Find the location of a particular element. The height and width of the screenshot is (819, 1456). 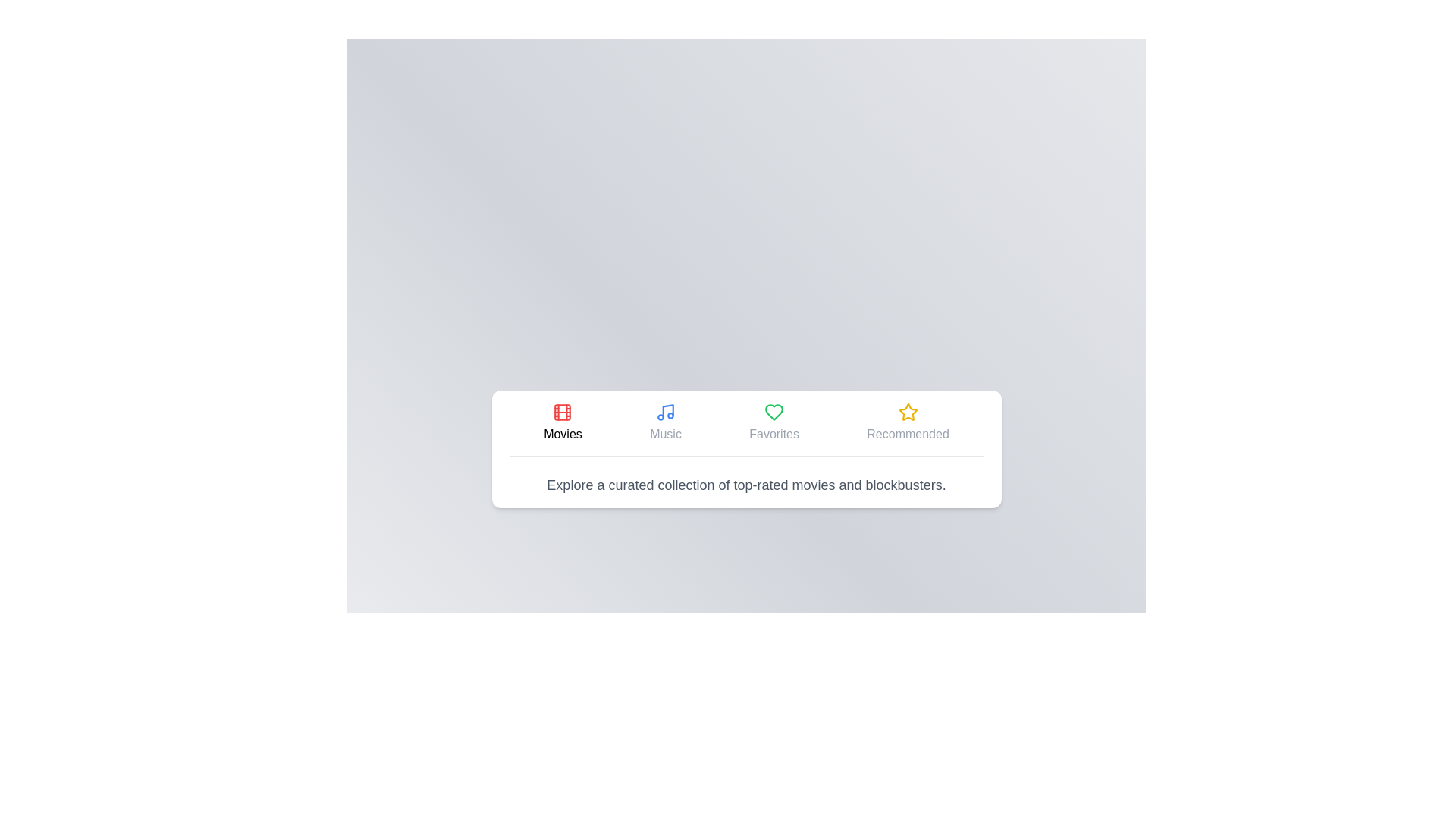

the Favorites tab to observe style changes is located at coordinates (774, 422).